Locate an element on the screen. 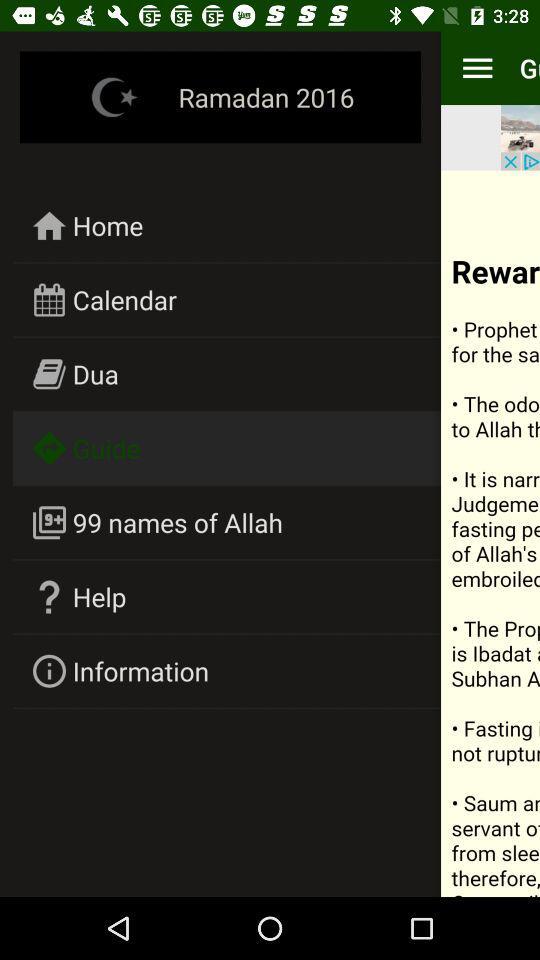 This screenshot has width=540, height=960. icon below help icon is located at coordinates (139, 671).